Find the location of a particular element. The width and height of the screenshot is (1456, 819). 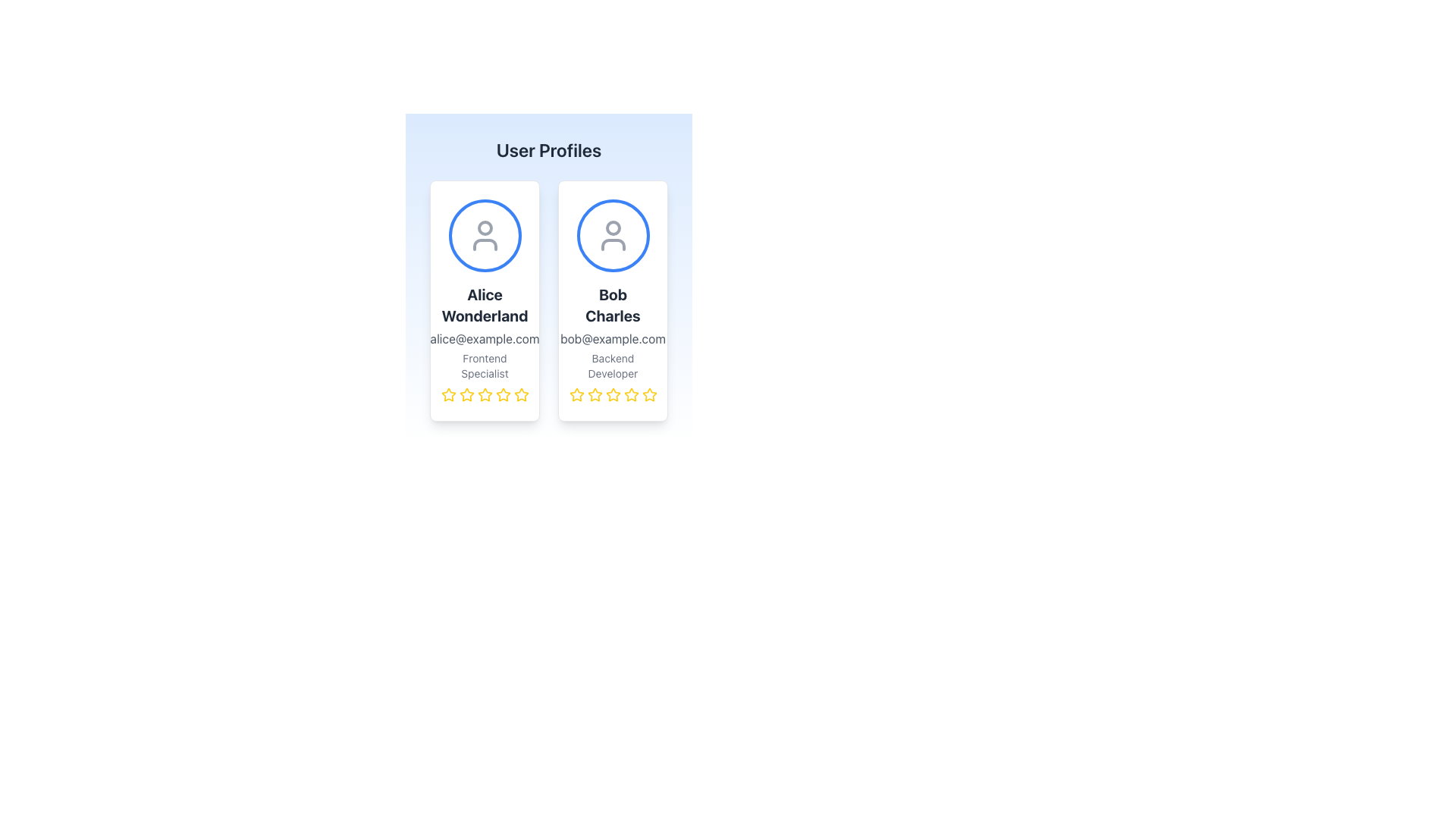

the fifth star icon in the rating system below the 'Alice Wonderland' profile card is located at coordinates (521, 394).